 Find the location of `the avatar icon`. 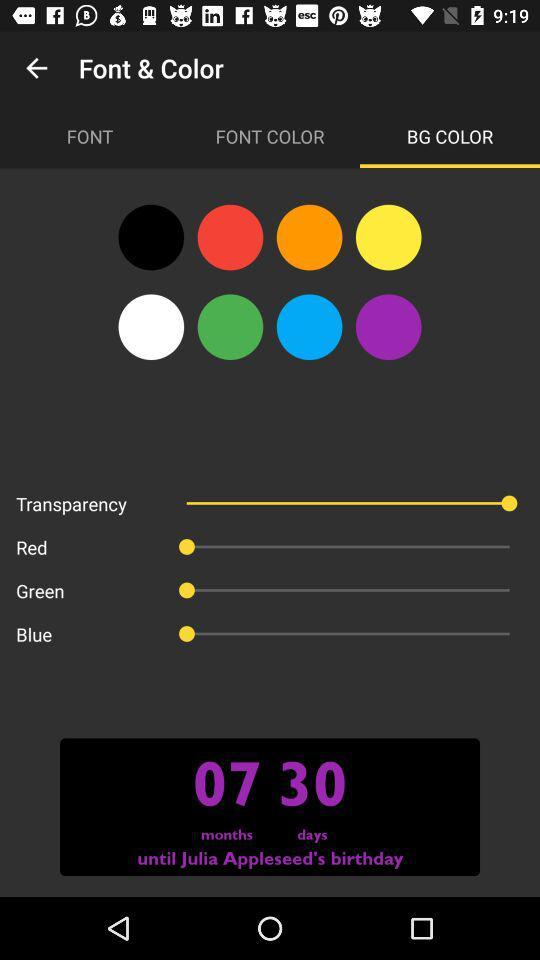

the avatar icon is located at coordinates (388, 237).